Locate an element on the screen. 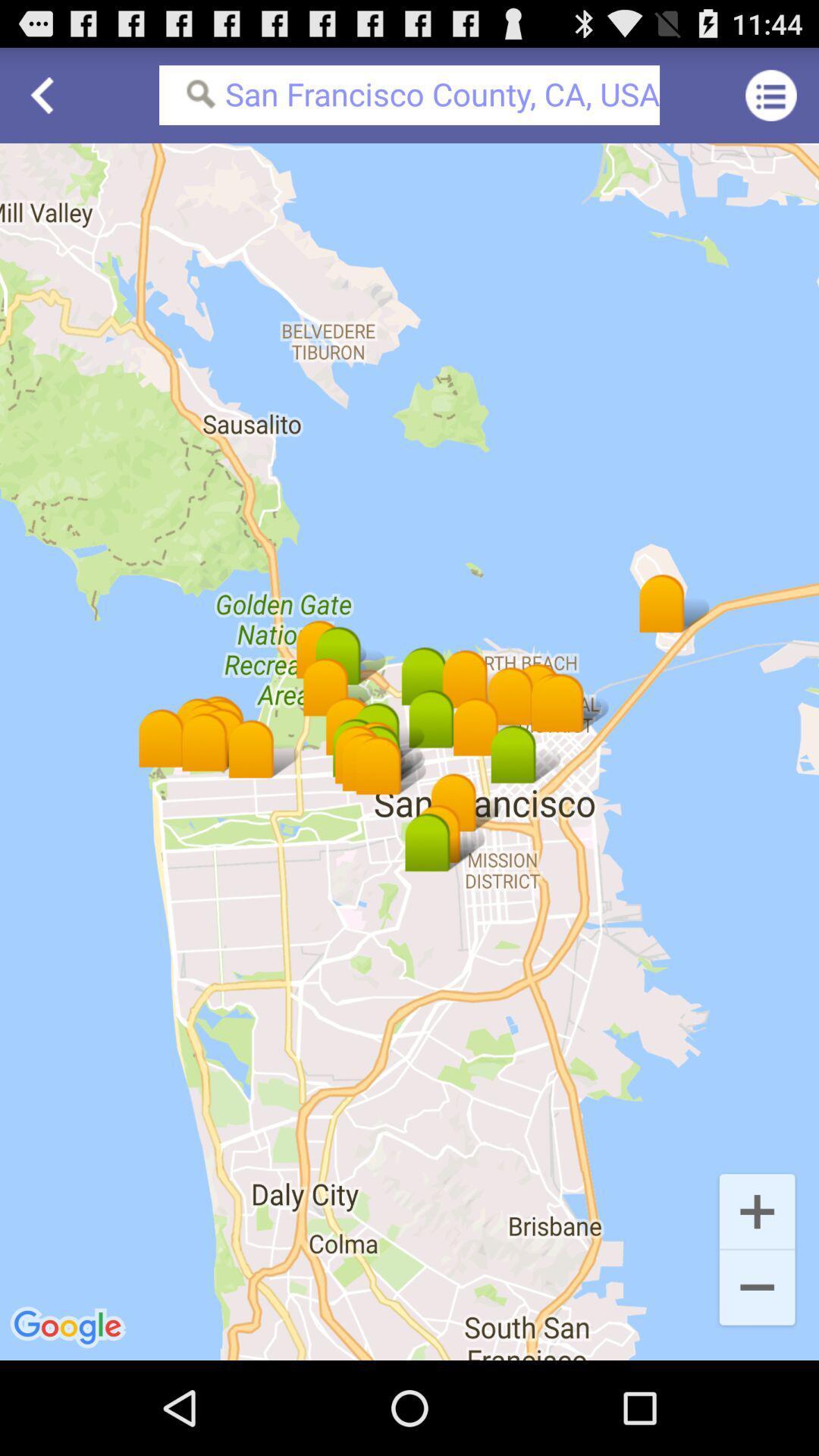 This screenshot has height=1456, width=819. icon at the top right corner is located at coordinates (771, 94).